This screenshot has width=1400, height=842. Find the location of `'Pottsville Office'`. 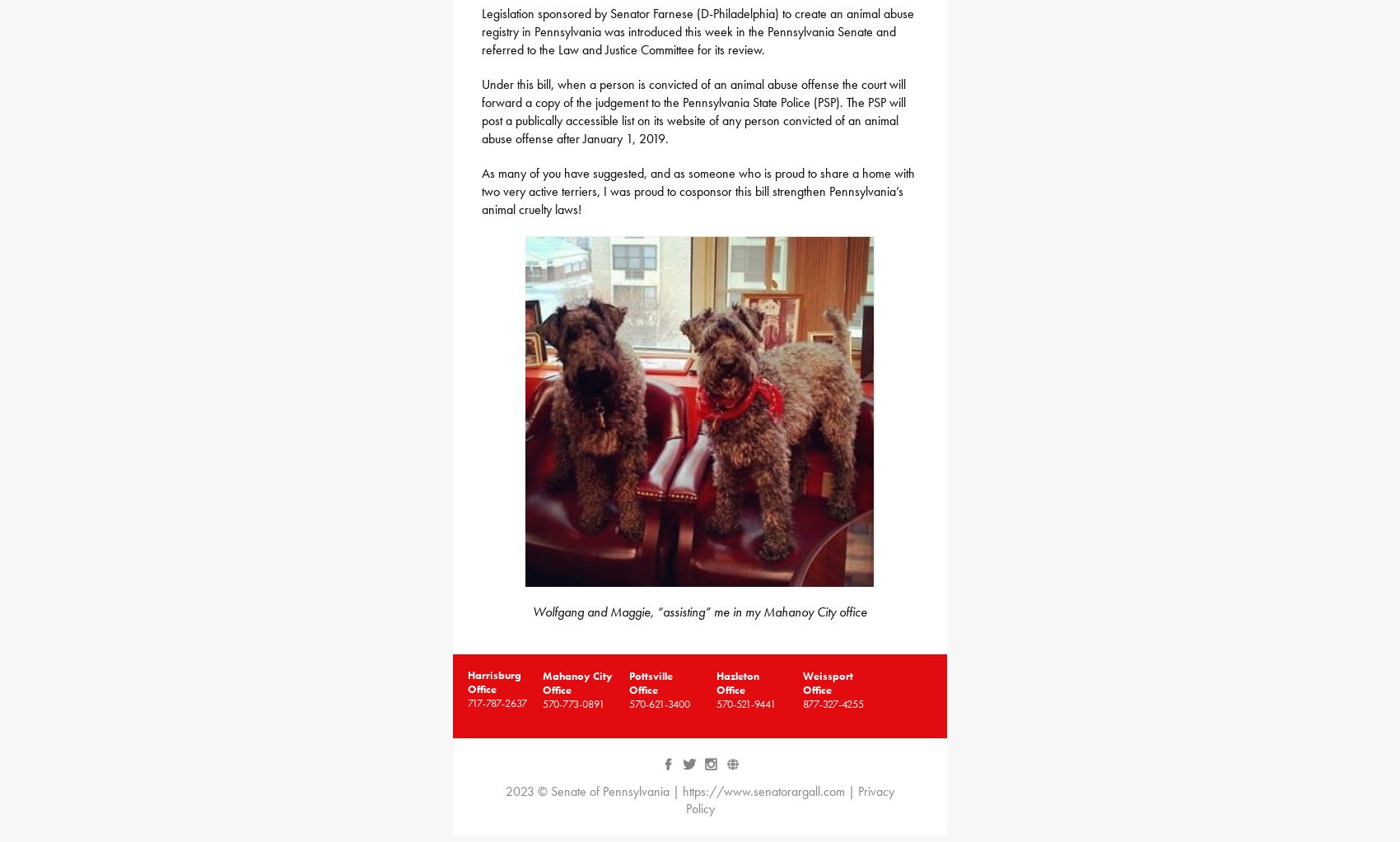

'Pottsville Office' is located at coordinates (650, 682).